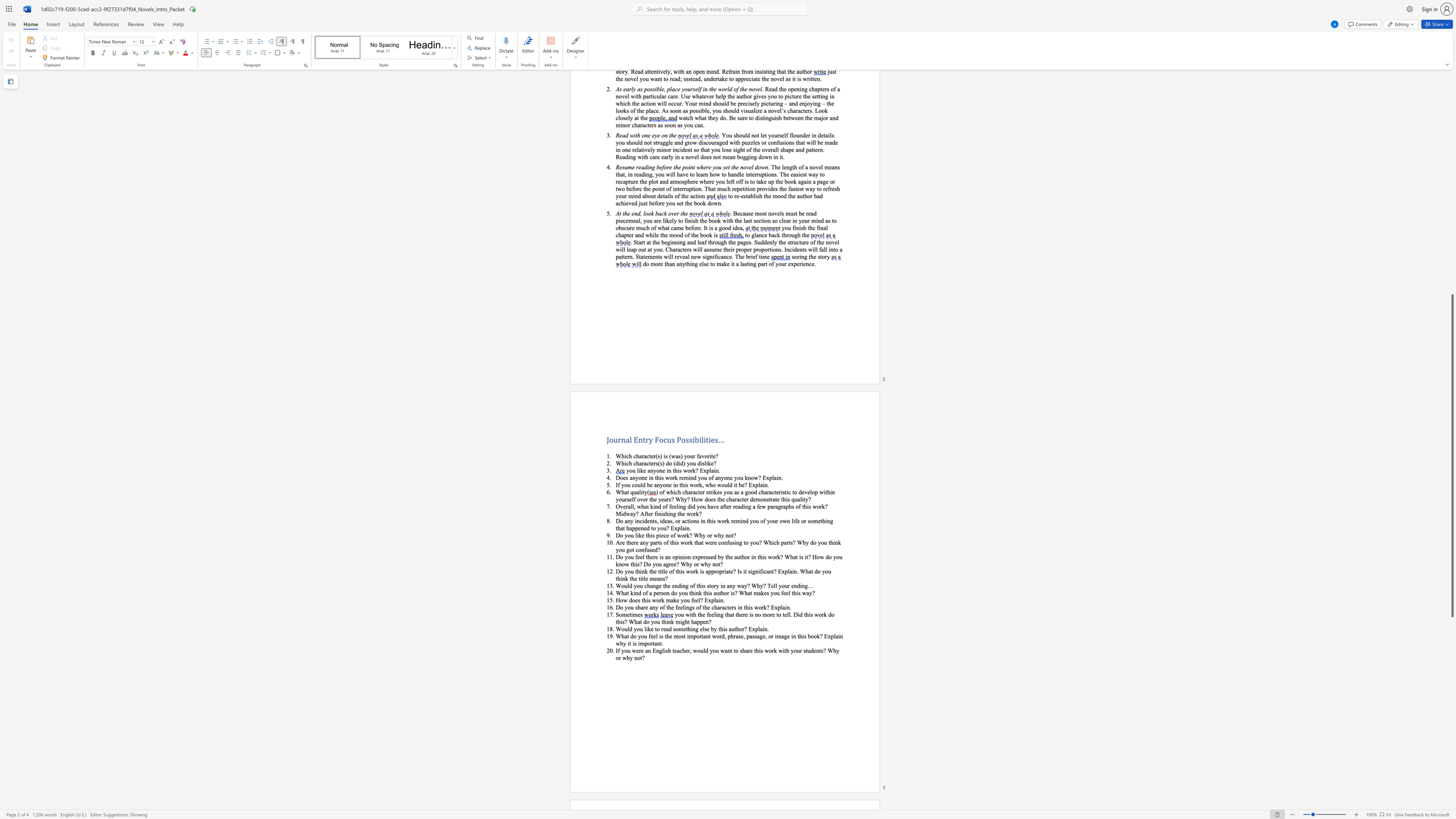 This screenshot has height=819, width=1456. Describe the element at coordinates (733, 542) in the screenshot. I see `the 3th character "s" in the text` at that location.